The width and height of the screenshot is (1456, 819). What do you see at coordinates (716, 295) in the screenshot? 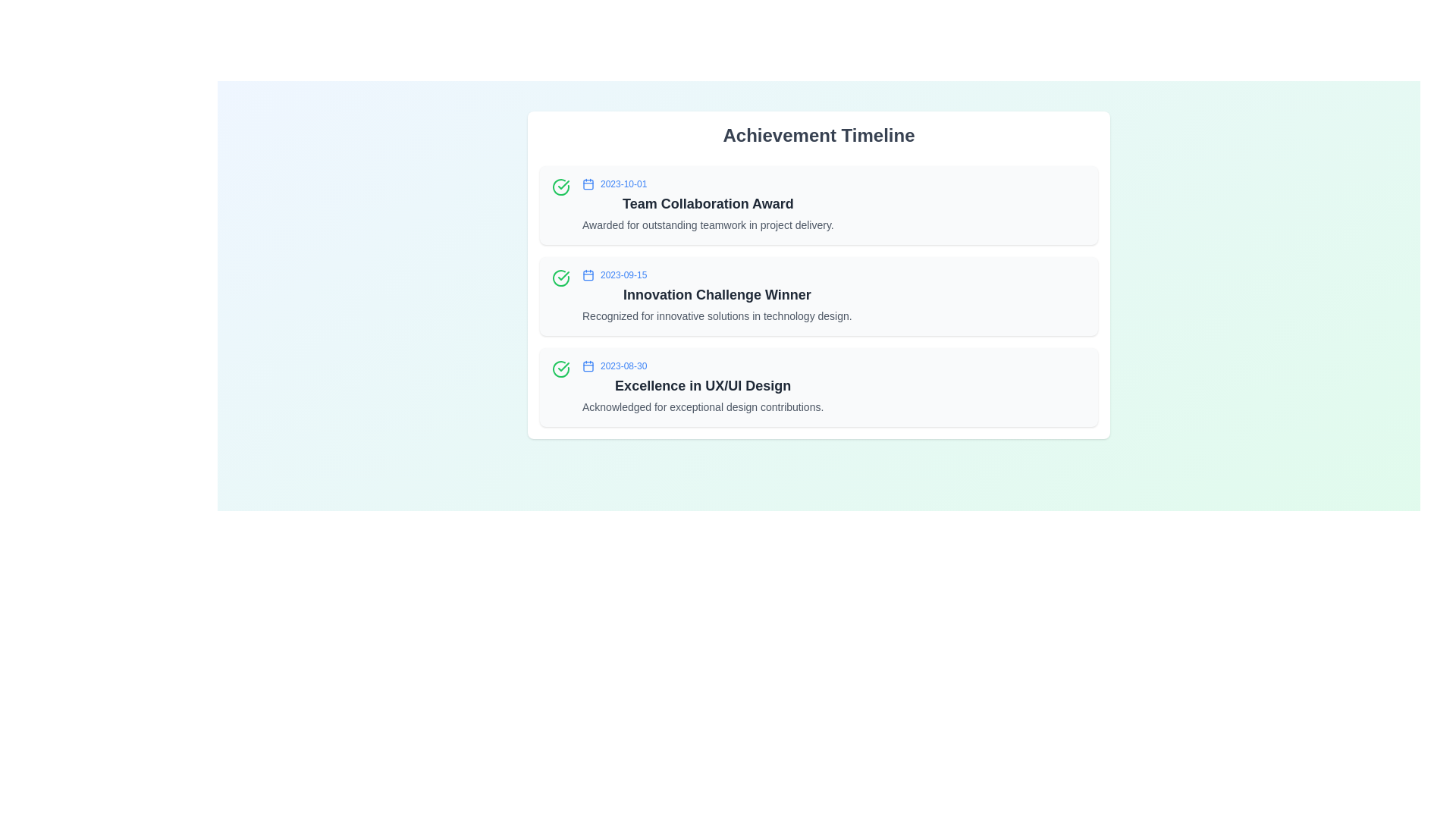
I see `the Text label that serves as the title for the associated achievement entry in the timeline, positioned in the center of the second entry box below the date '2023-09-15'` at bounding box center [716, 295].